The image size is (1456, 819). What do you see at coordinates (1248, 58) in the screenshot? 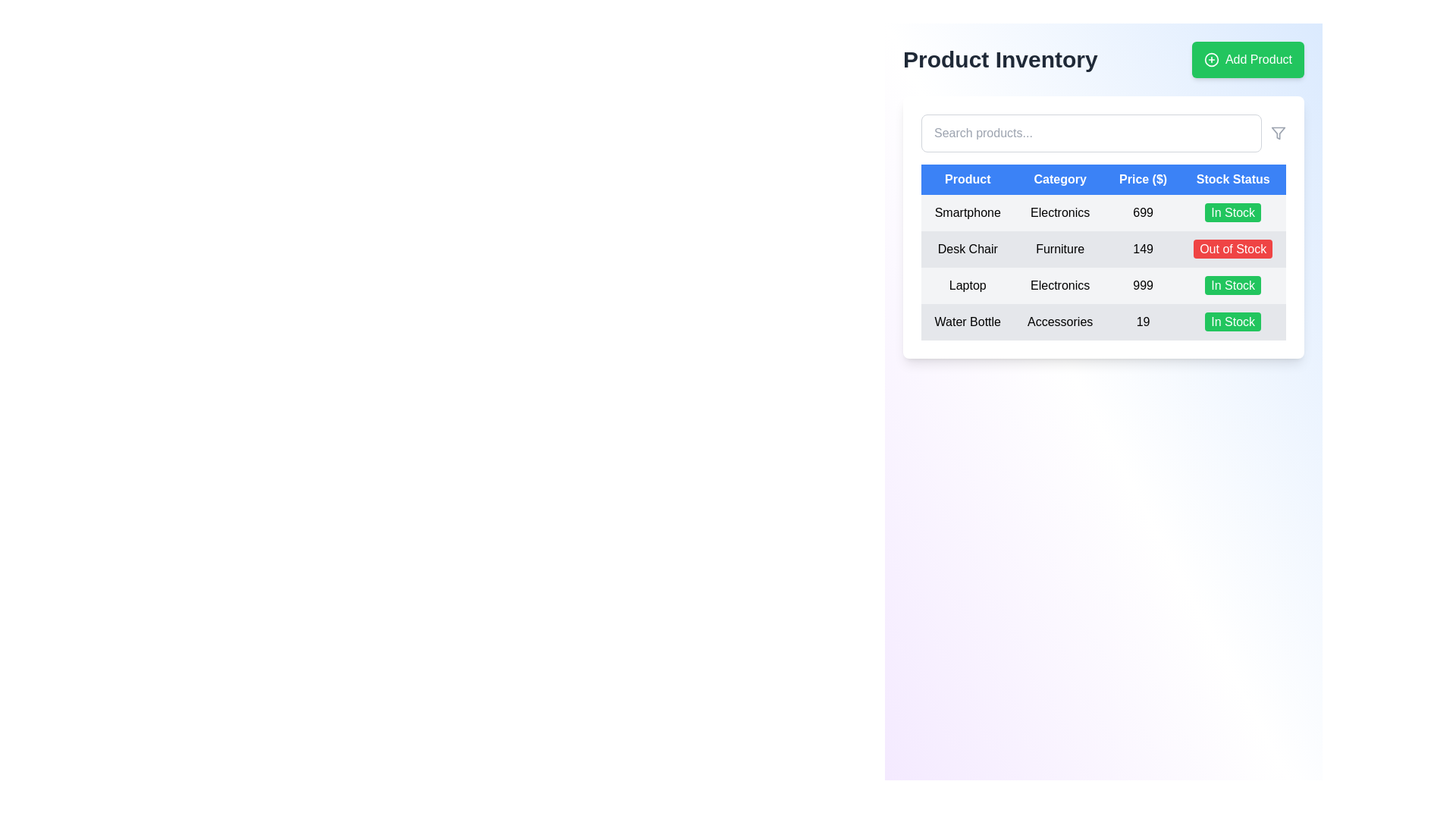
I see `the 'Add Product' button, a green rectangular button with rounded corners, white text, and a plus sign icon, to initiate the product addition process` at bounding box center [1248, 58].